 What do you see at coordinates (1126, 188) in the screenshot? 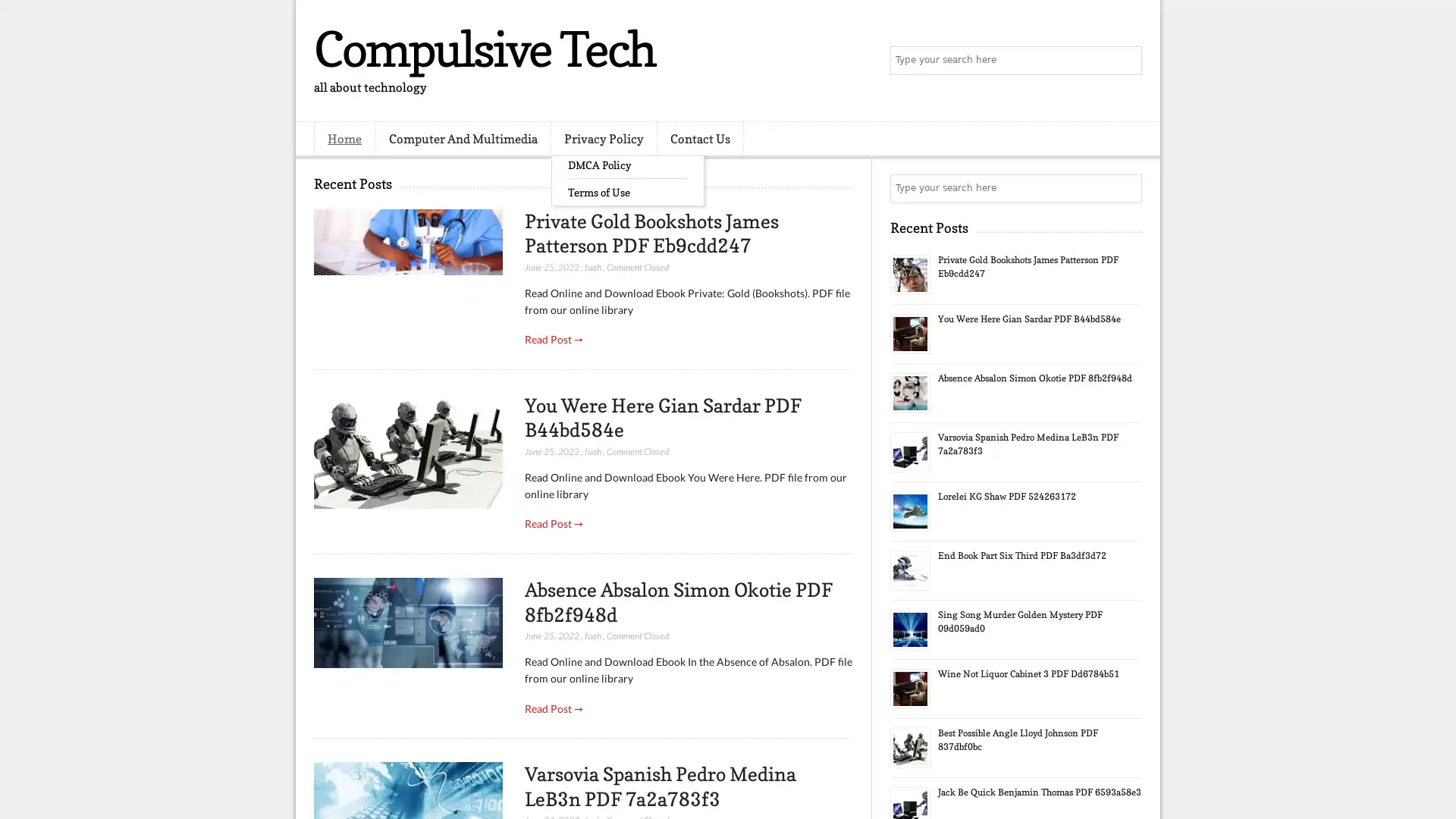
I see `Search` at bounding box center [1126, 188].